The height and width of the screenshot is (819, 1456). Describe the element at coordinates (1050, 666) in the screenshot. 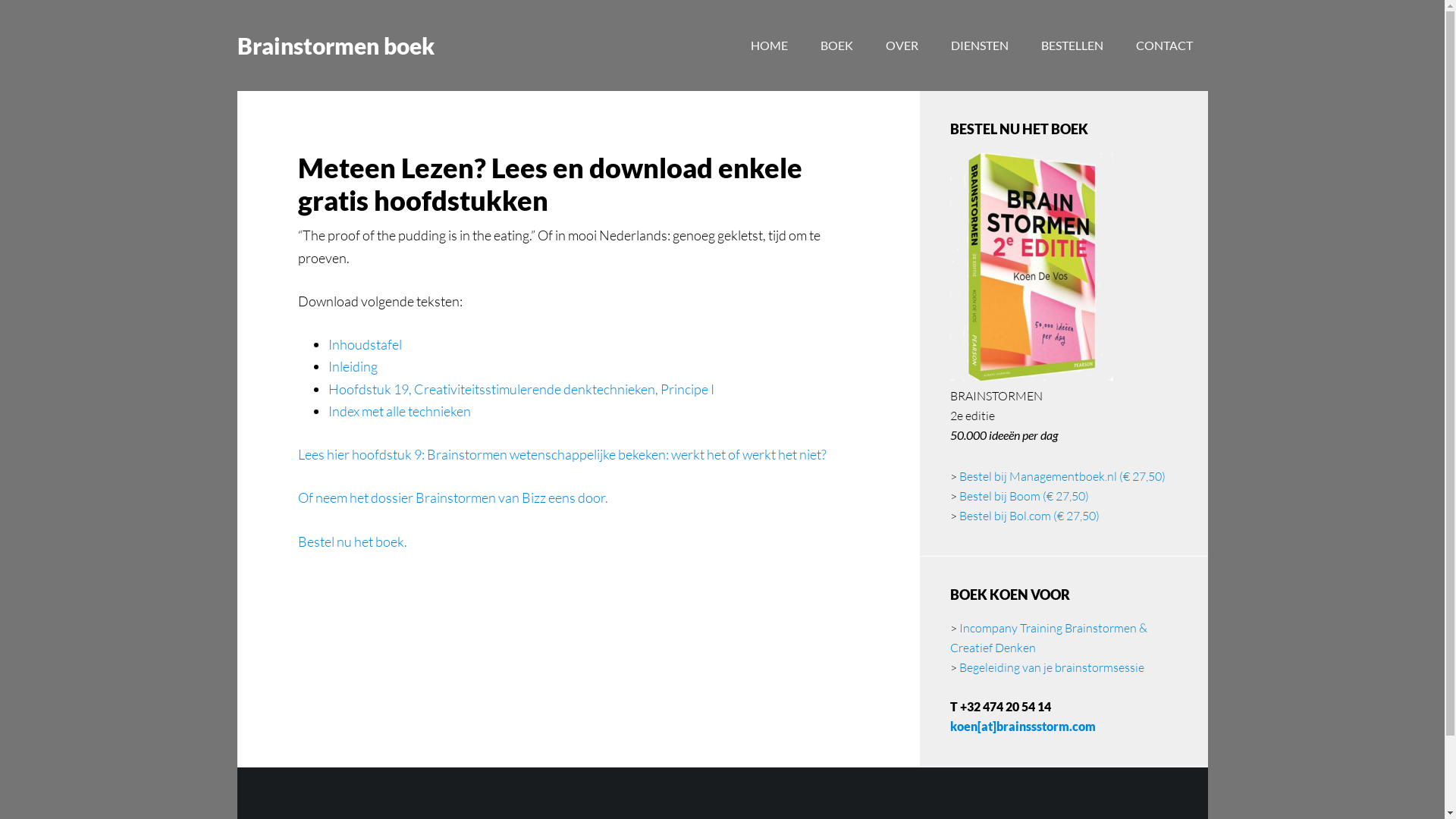

I see `'Begeleiding van je brainstormsessie'` at that location.